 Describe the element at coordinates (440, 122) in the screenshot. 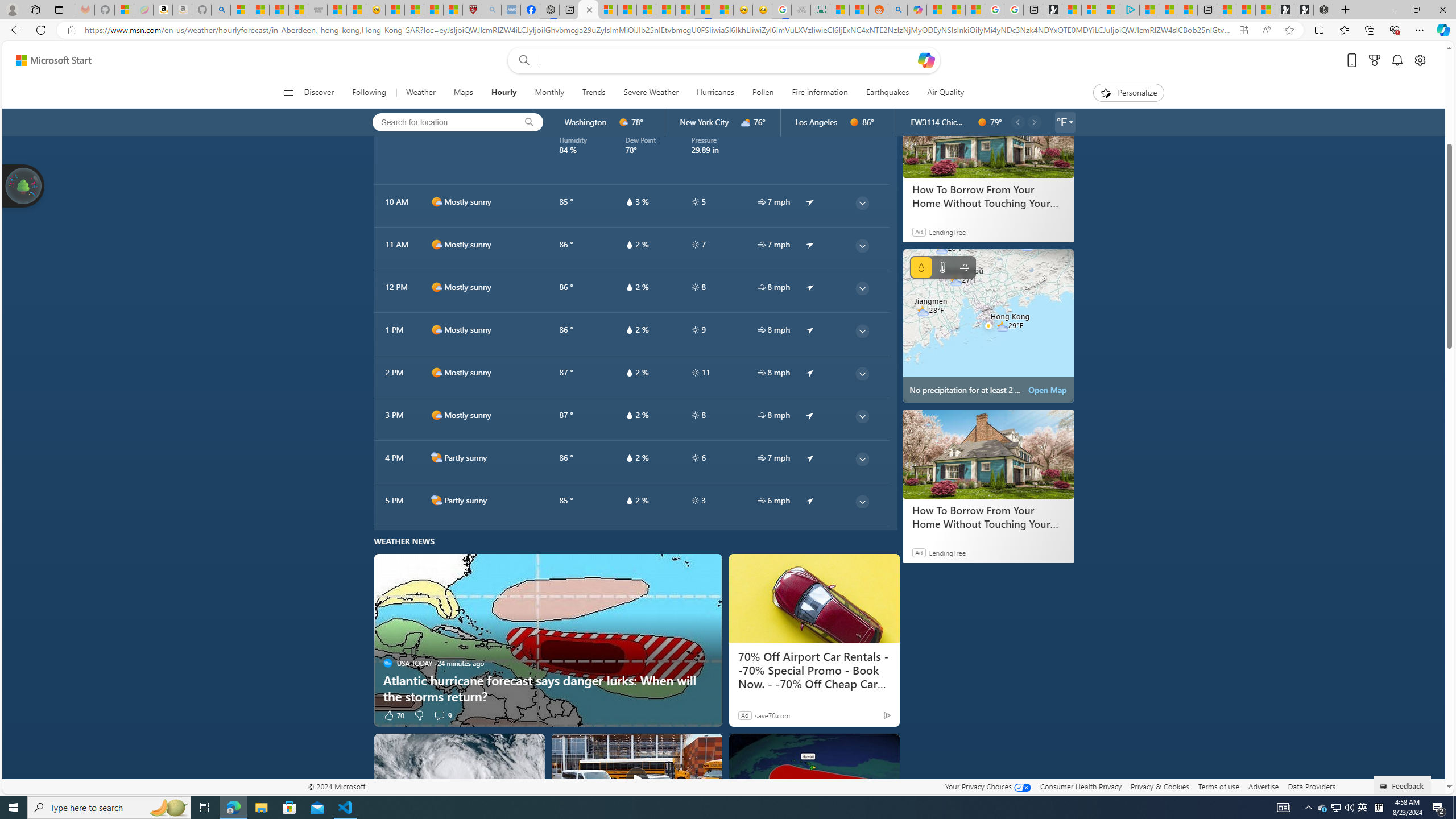

I see `'Search for location'` at that location.